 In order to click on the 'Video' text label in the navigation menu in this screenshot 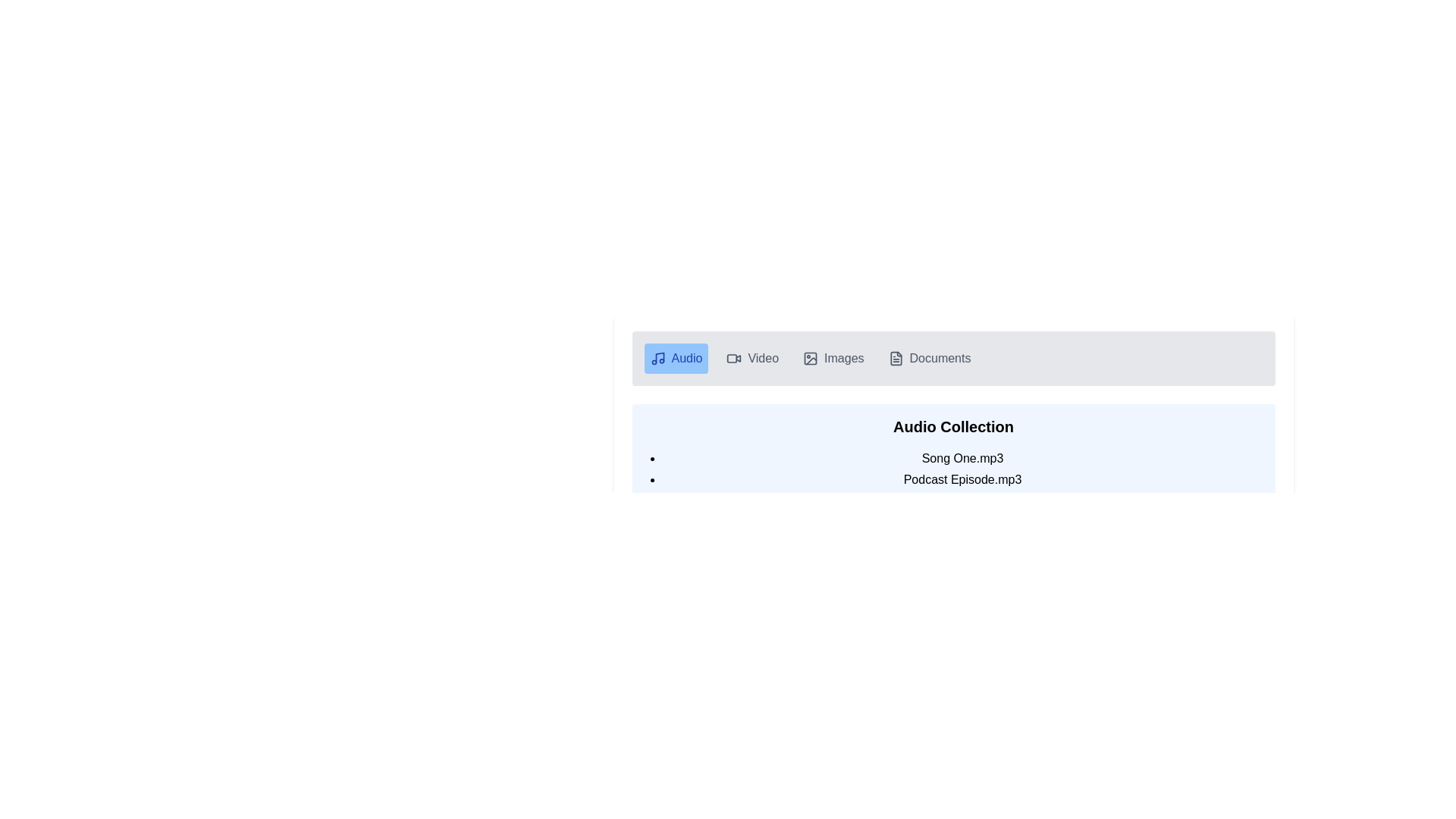, I will do `click(763, 359)`.